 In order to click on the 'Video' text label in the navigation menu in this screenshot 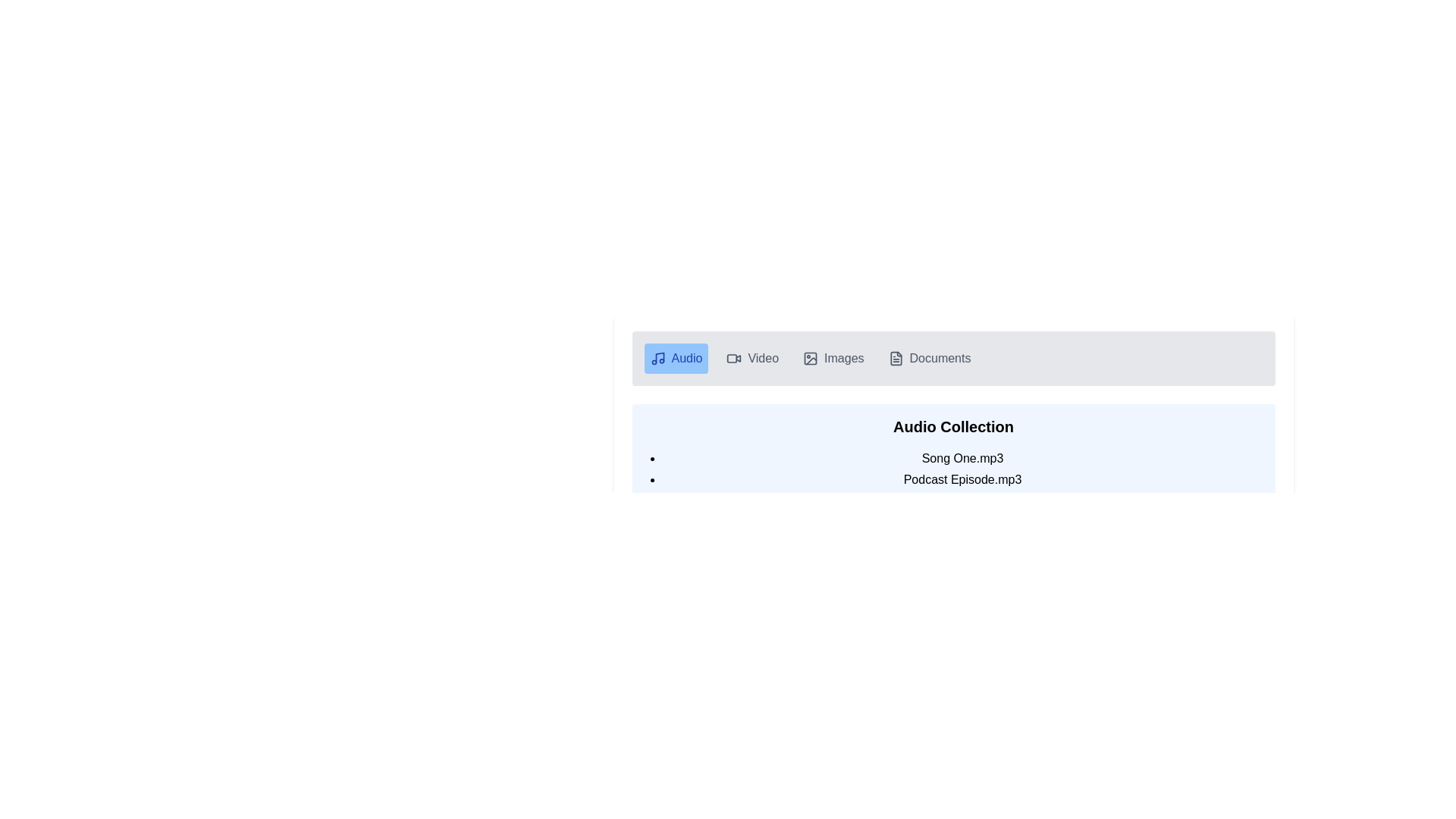, I will do `click(763, 359)`.